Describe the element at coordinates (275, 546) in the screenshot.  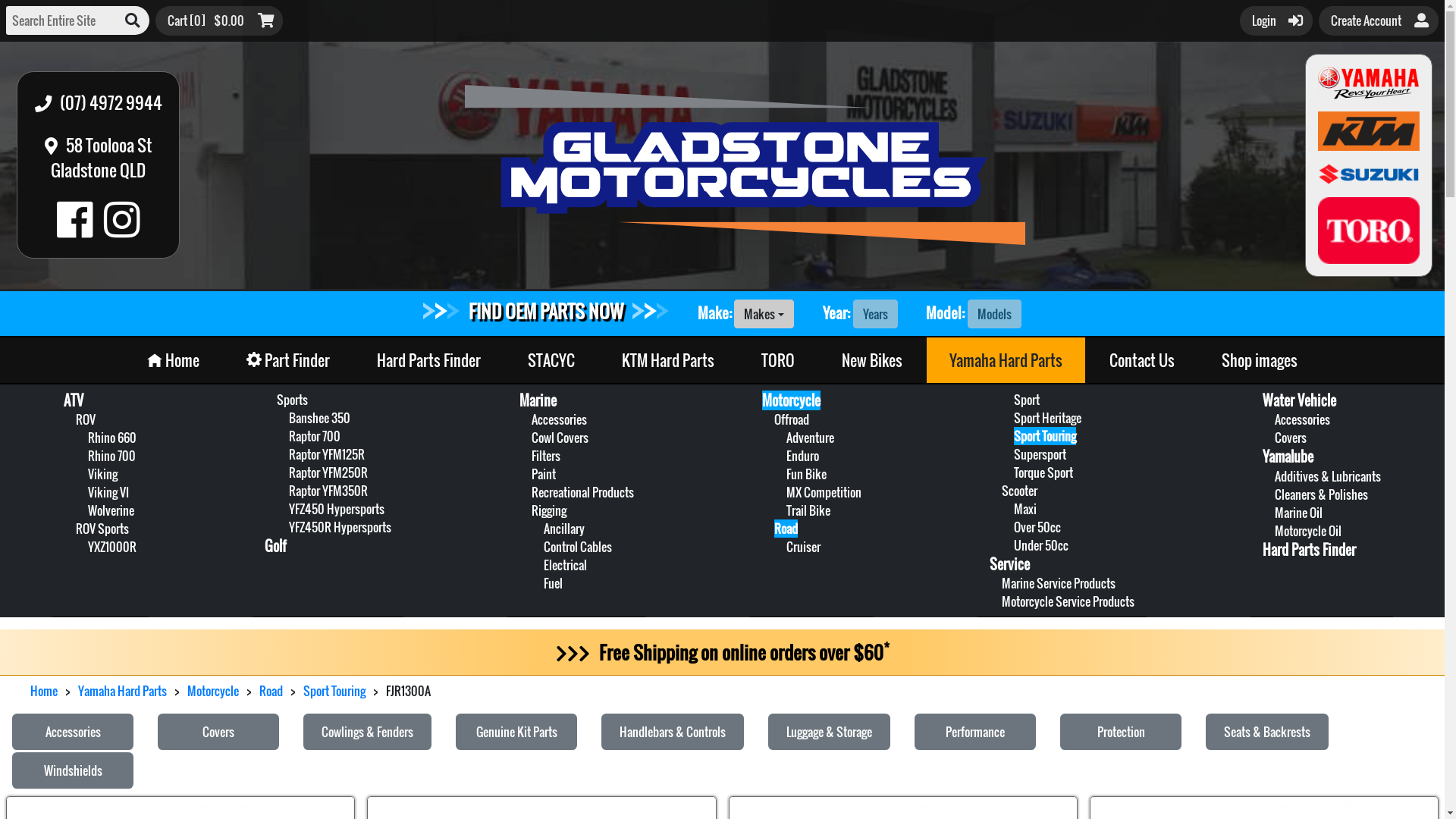
I see `'Golf'` at that location.